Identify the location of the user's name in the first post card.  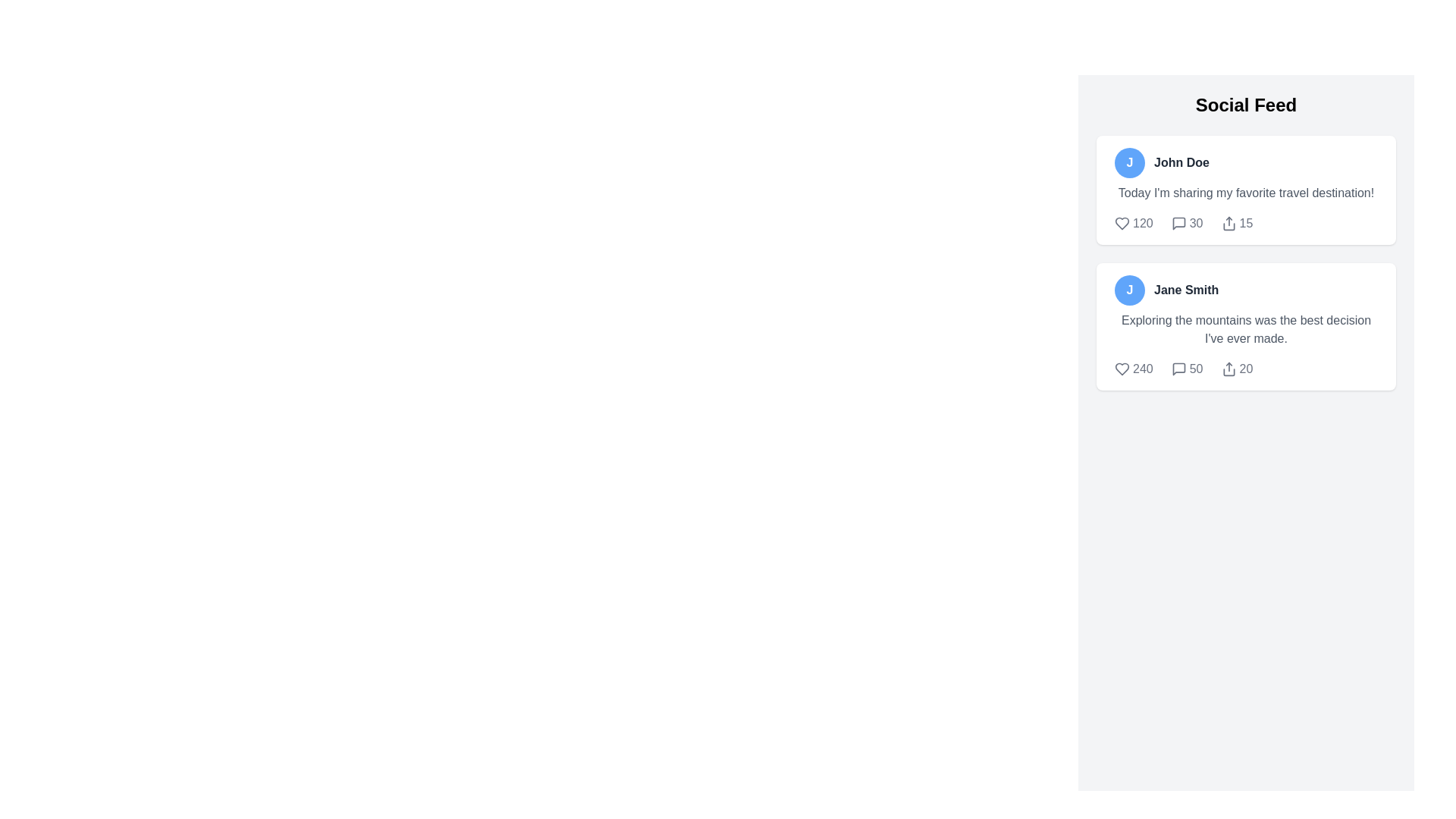
(1181, 163).